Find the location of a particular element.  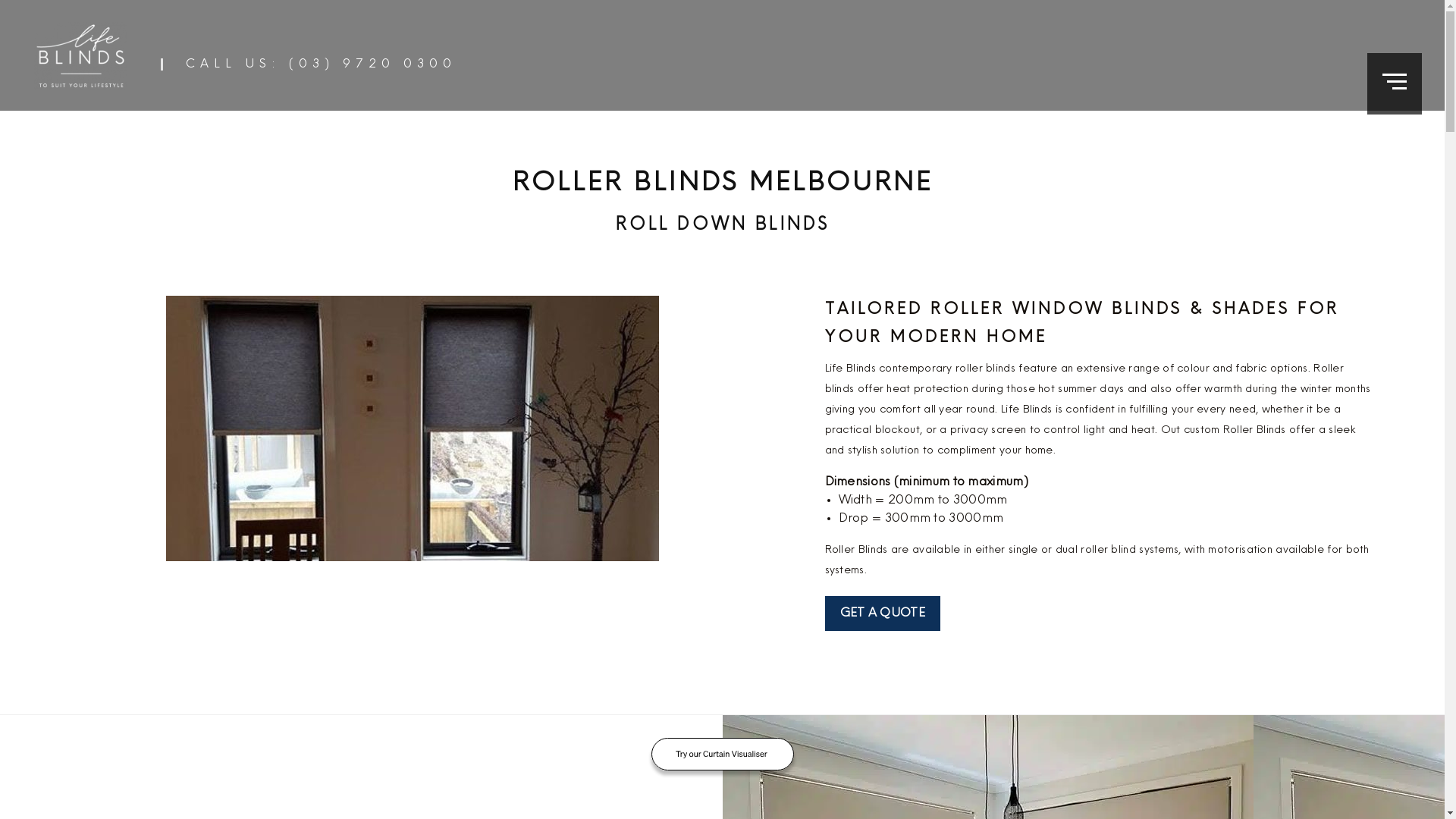

'GET A QUOTE' is located at coordinates (882, 613).